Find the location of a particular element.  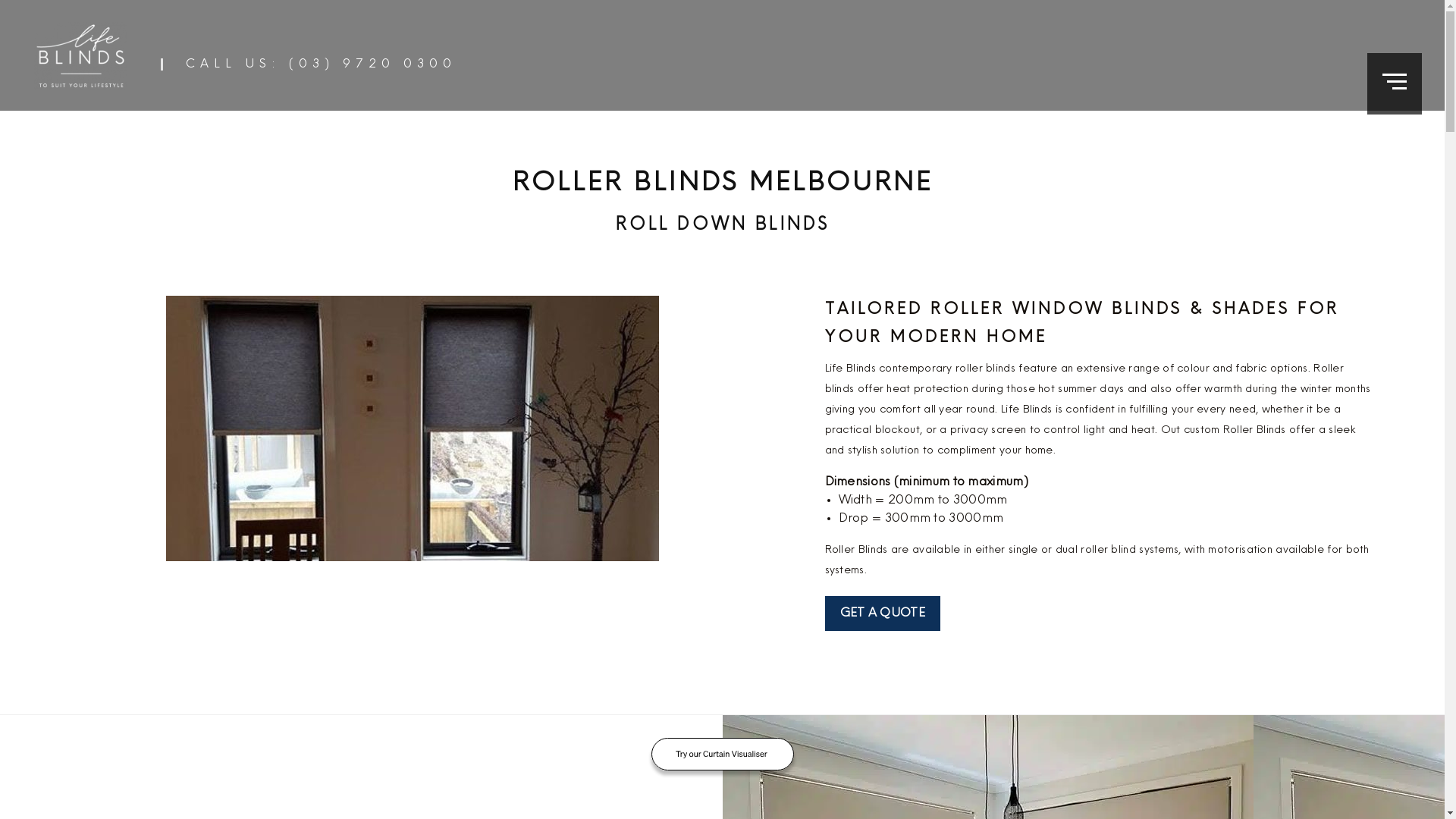

'GET A QUOTE' is located at coordinates (882, 613).